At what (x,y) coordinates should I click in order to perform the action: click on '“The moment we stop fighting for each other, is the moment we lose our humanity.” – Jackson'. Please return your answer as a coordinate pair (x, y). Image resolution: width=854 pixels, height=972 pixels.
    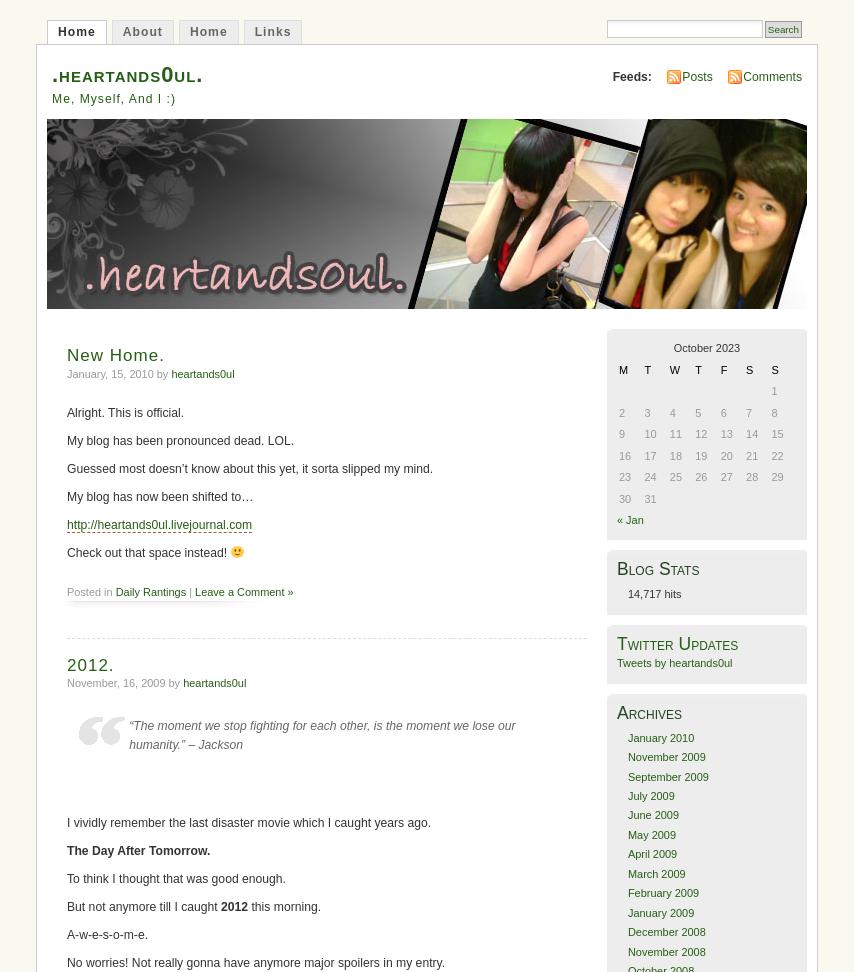
    Looking at the image, I should click on (320, 735).